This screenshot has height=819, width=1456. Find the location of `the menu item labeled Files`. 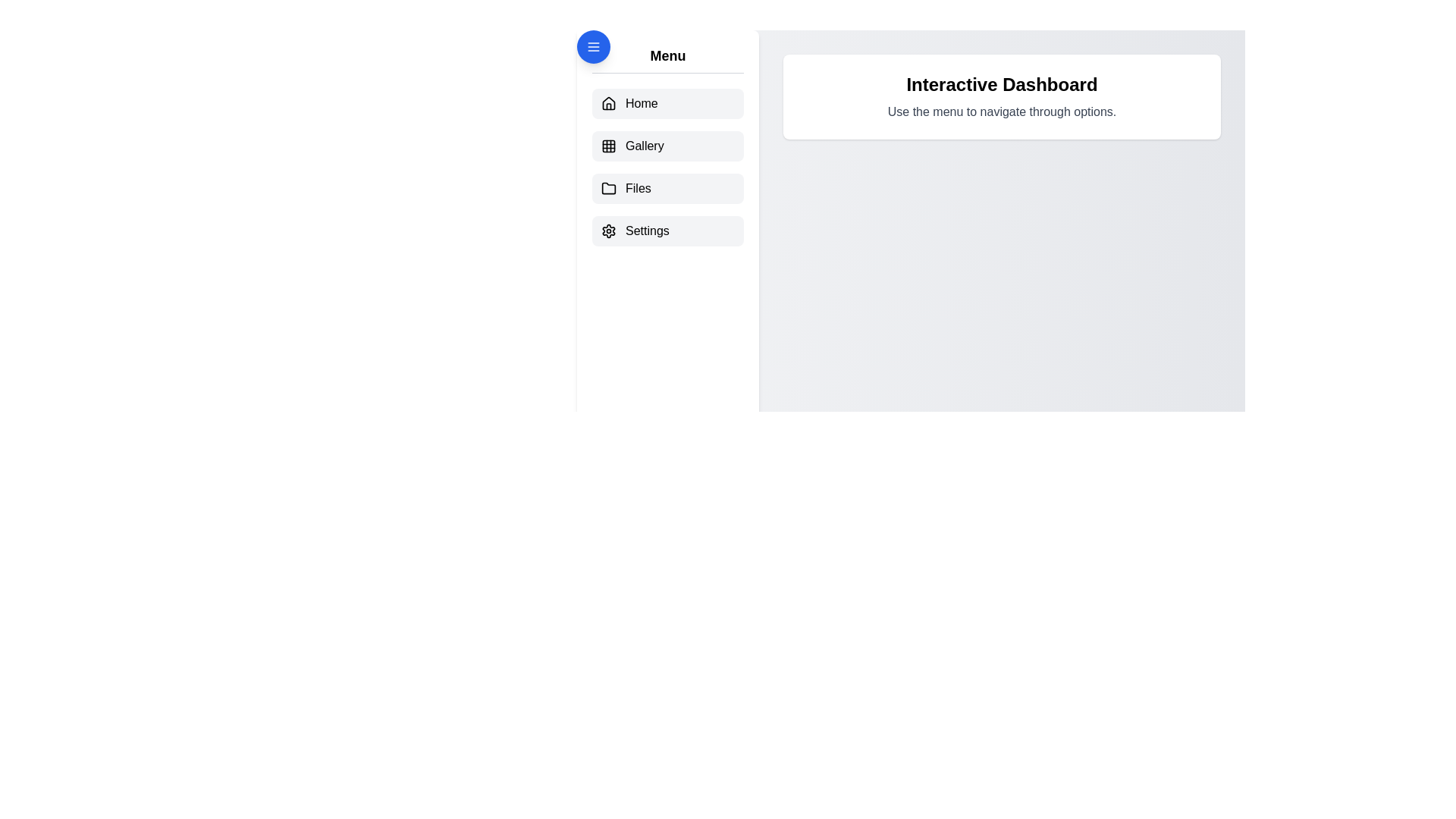

the menu item labeled Files is located at coordinates (667, 188).